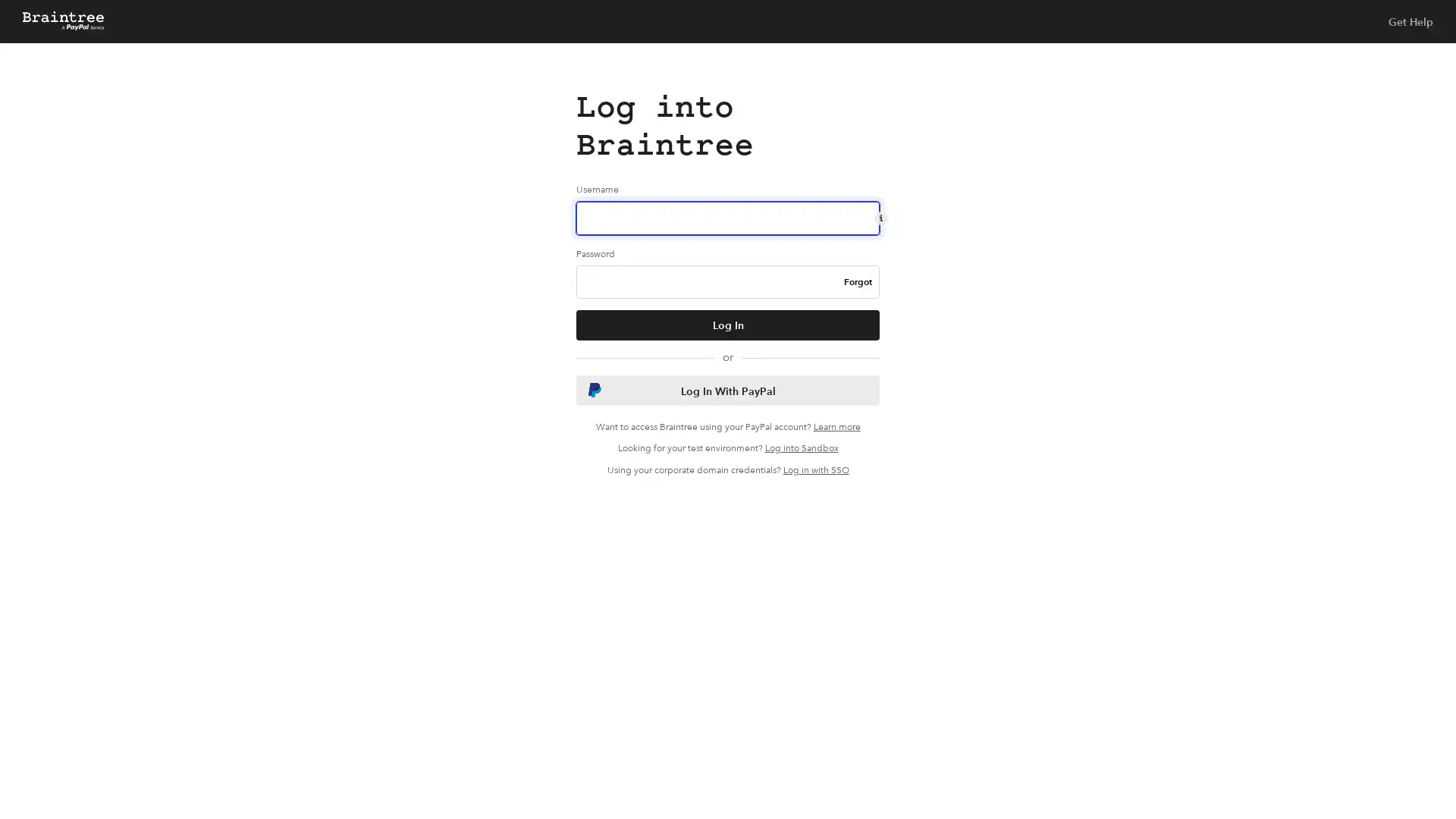  What do you see at coordinates (728, 324) in the screenshot?
I see `Log In` at bounding box center [728, 324].